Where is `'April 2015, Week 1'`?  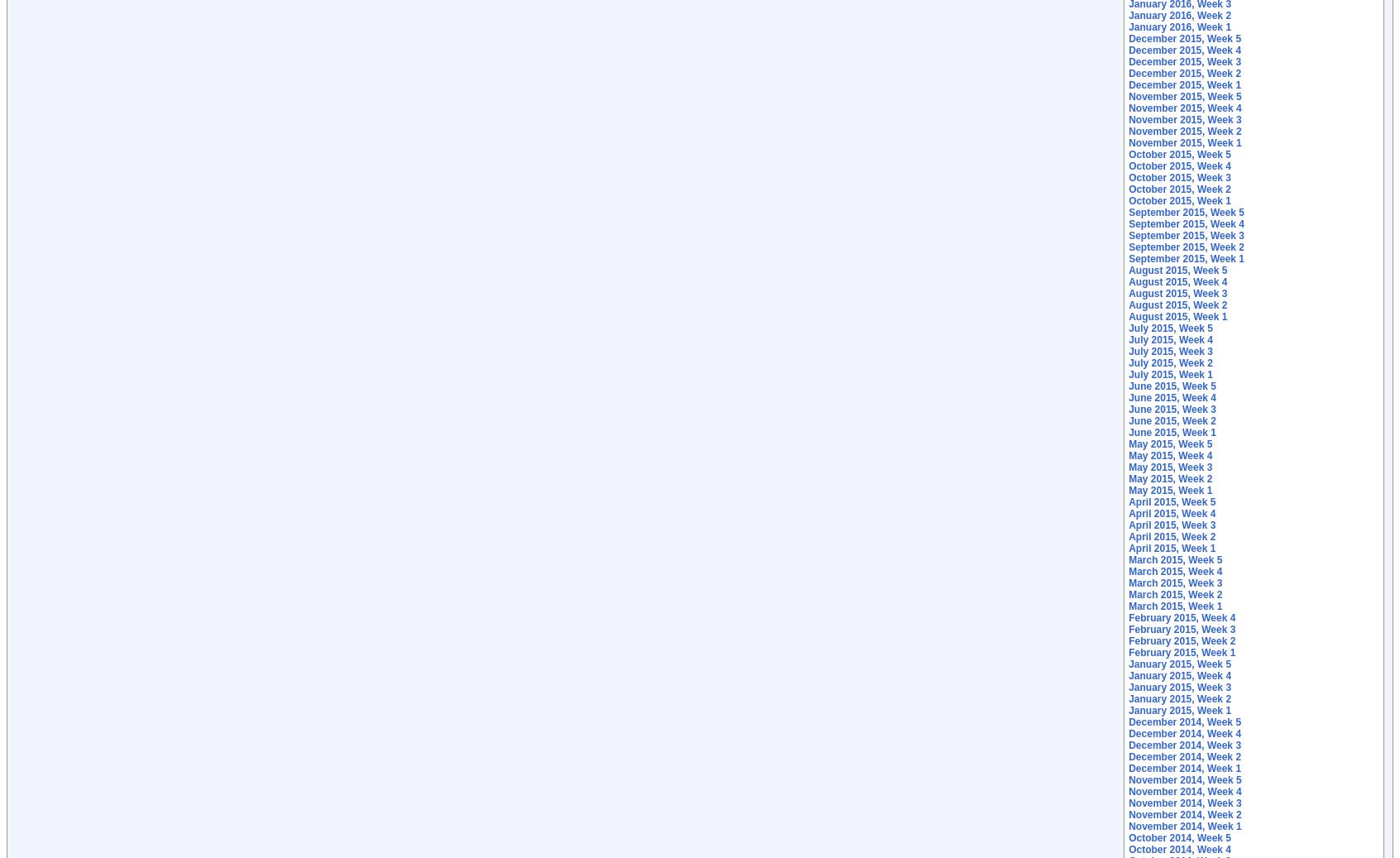 'April 2015, Week 1' is located at coordinates (1171, 548).